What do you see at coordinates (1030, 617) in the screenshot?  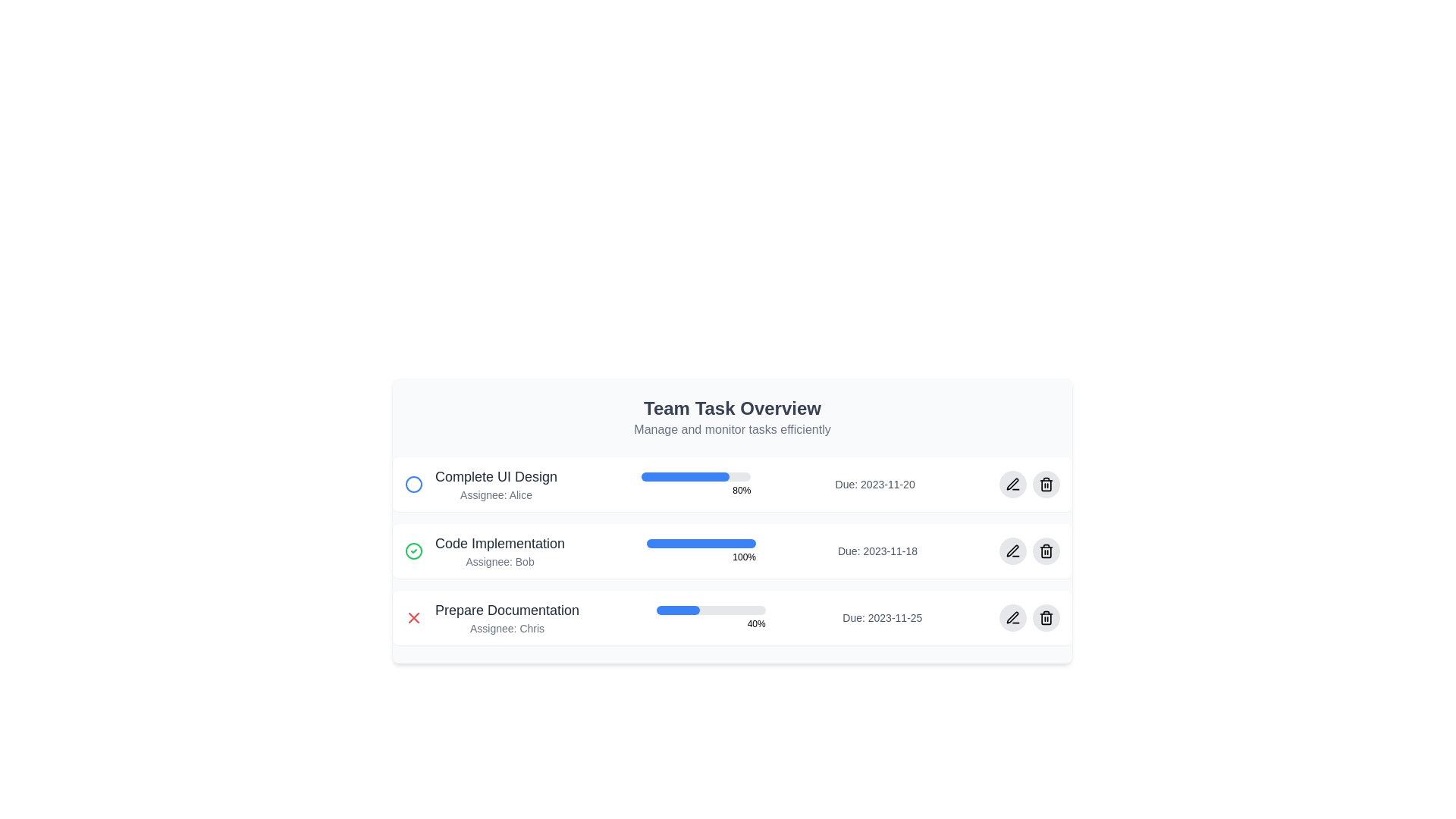 I see `the trash icon in the Action menu located in the bottom-right segment of the 'Prepare Documentation' task block` at bounding box center [1030, 617].